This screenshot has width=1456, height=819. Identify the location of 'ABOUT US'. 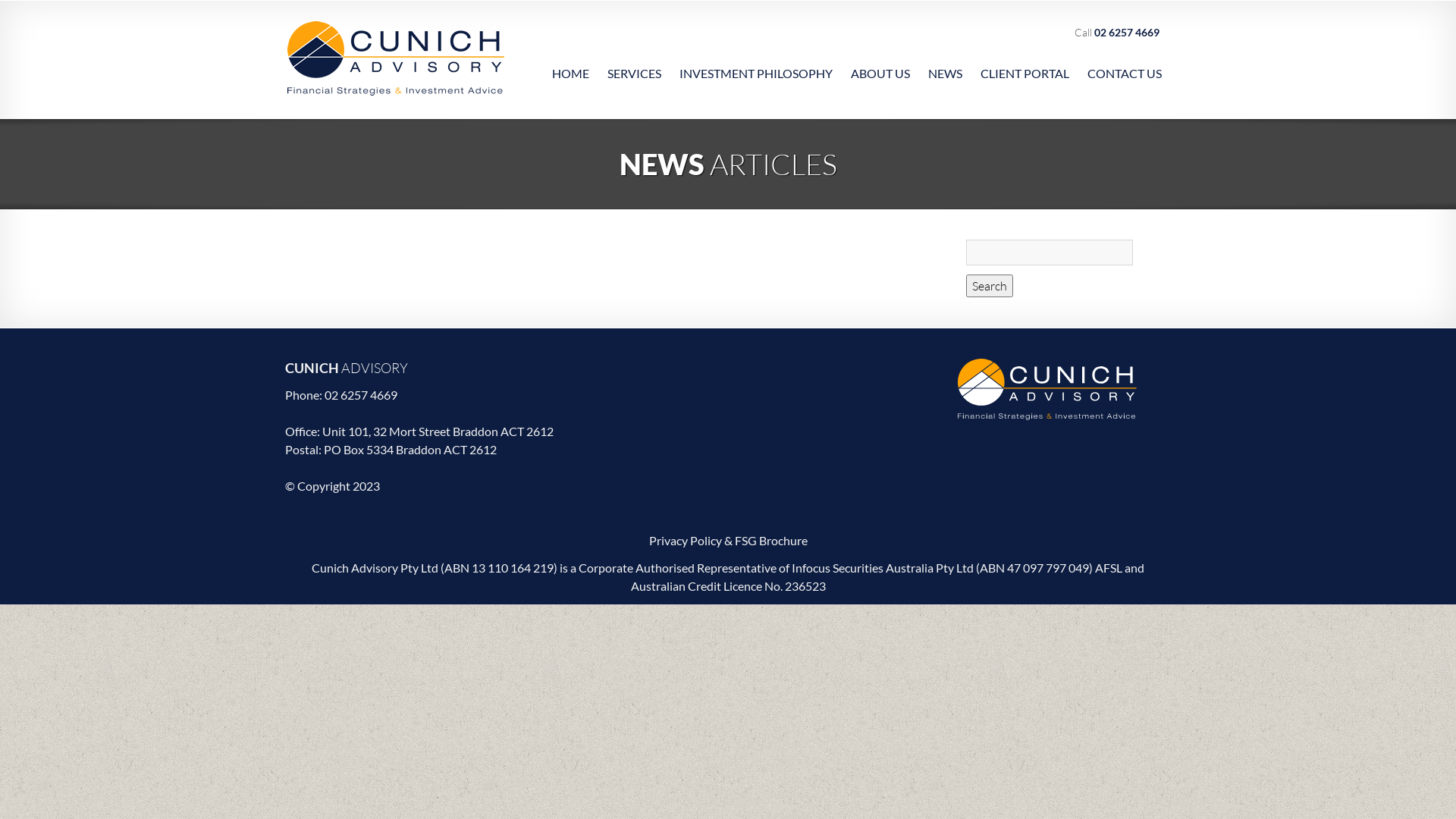
(880, 62).